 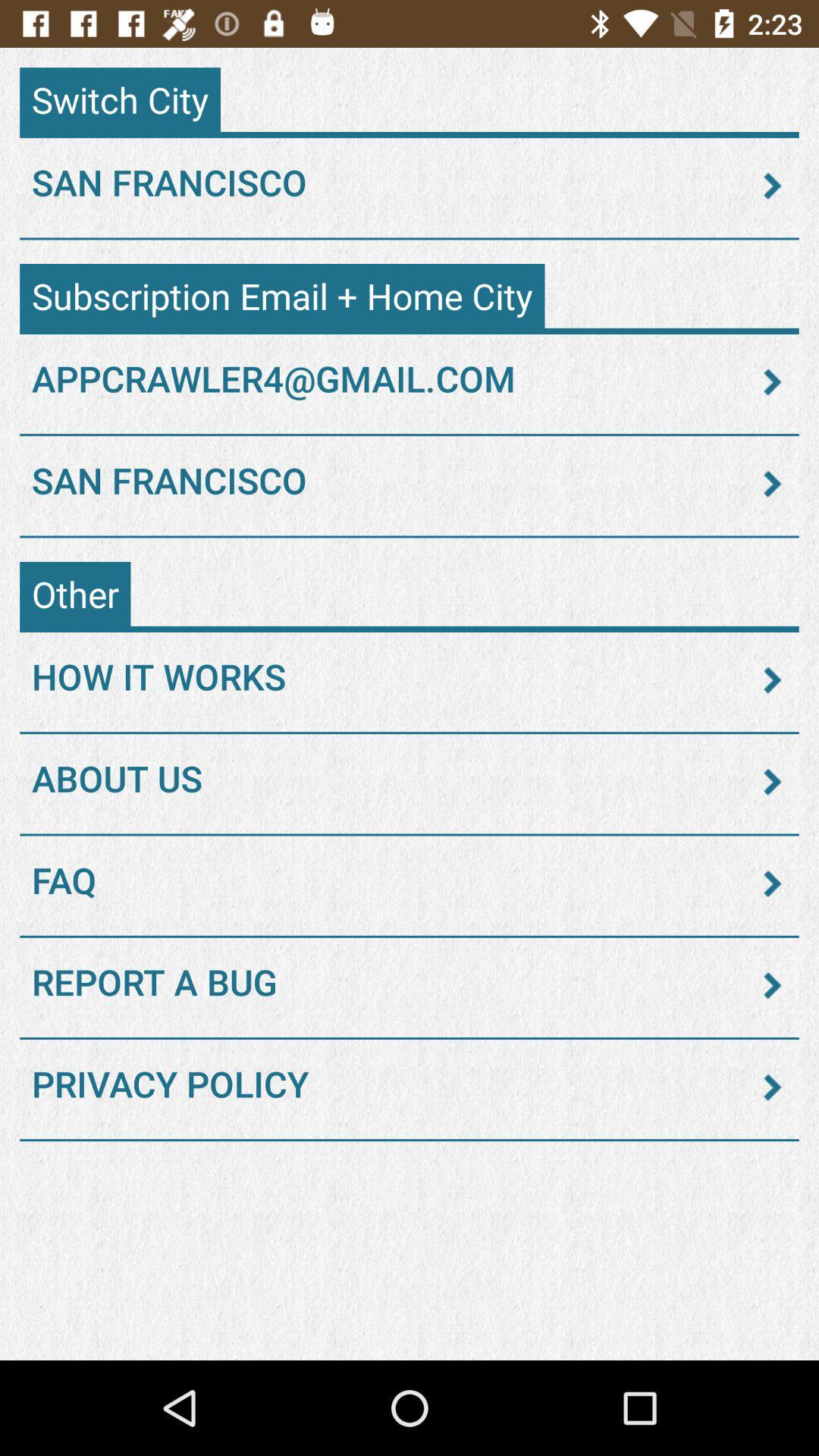 I want to click on privacy policy icon, so click(x=409, y=1087).